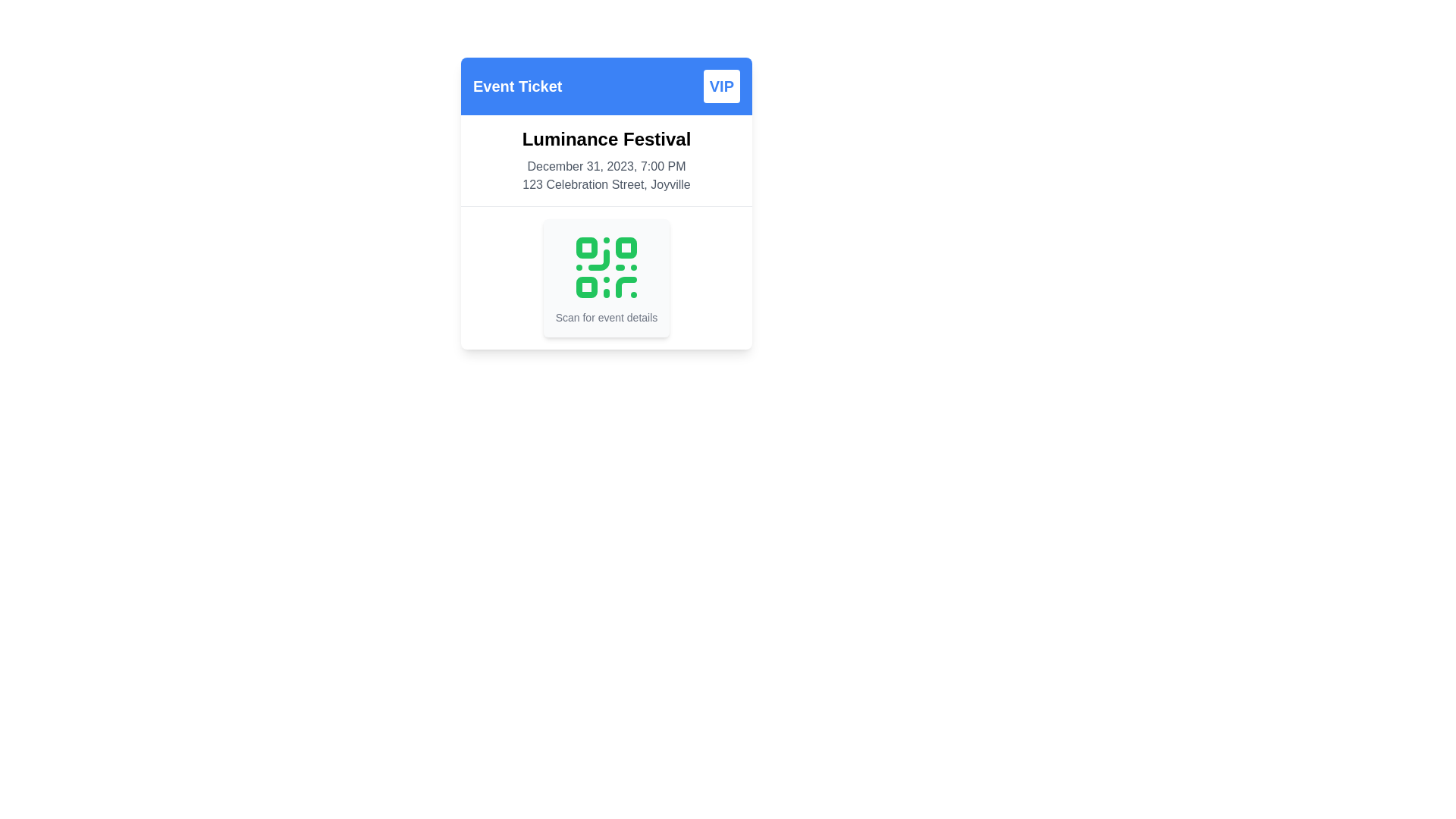 The image size is (1456, 819). What do you see at coordinates (517, 86) in the screenshot?
I see `text label that serves as a title or header within the blue header bar, located to the left of the 'VIP' label` at bounding box center [517, 86].